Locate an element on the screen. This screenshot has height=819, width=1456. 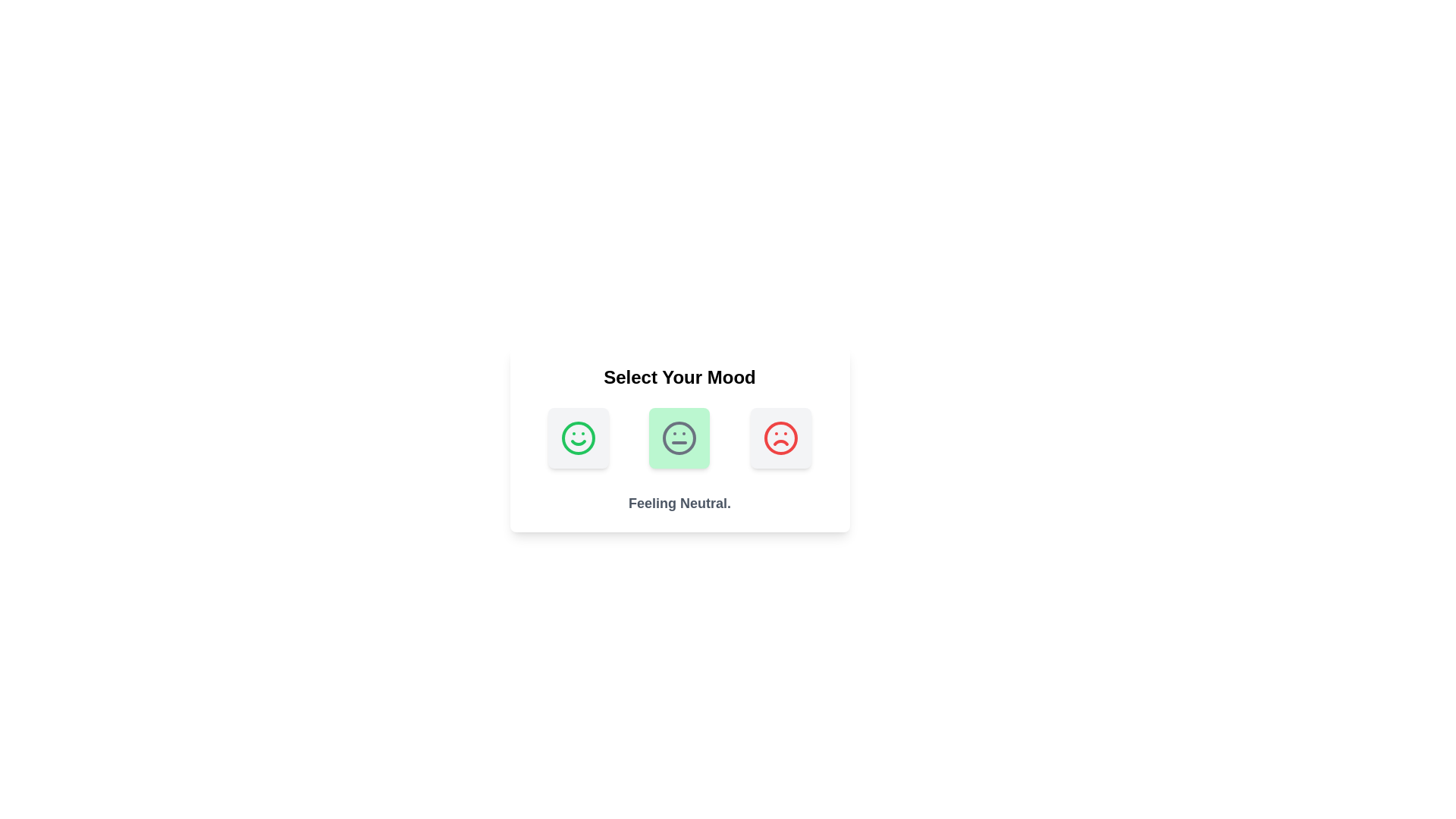
mood description from the caption 'Feeling Neutral.' located at the bottom center of the mood selection panel with a white background and rounded corners is located at coordinates (679, 439).